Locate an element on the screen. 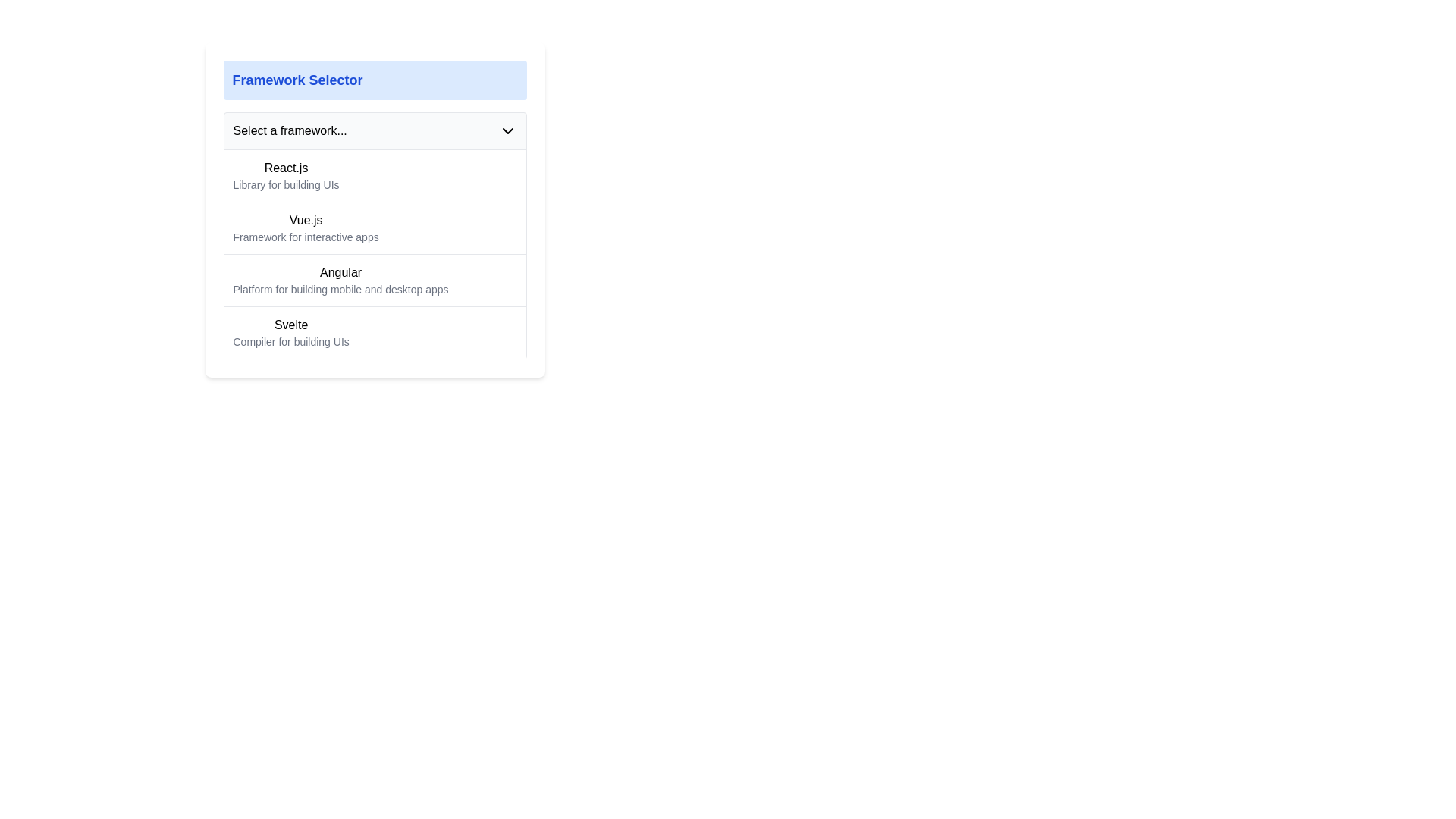 This screenshot has width=1456, height=819. the text display for 'React.js' in the dropdown menu titled 'Framework Selector' is located at coordinates (286, 174).